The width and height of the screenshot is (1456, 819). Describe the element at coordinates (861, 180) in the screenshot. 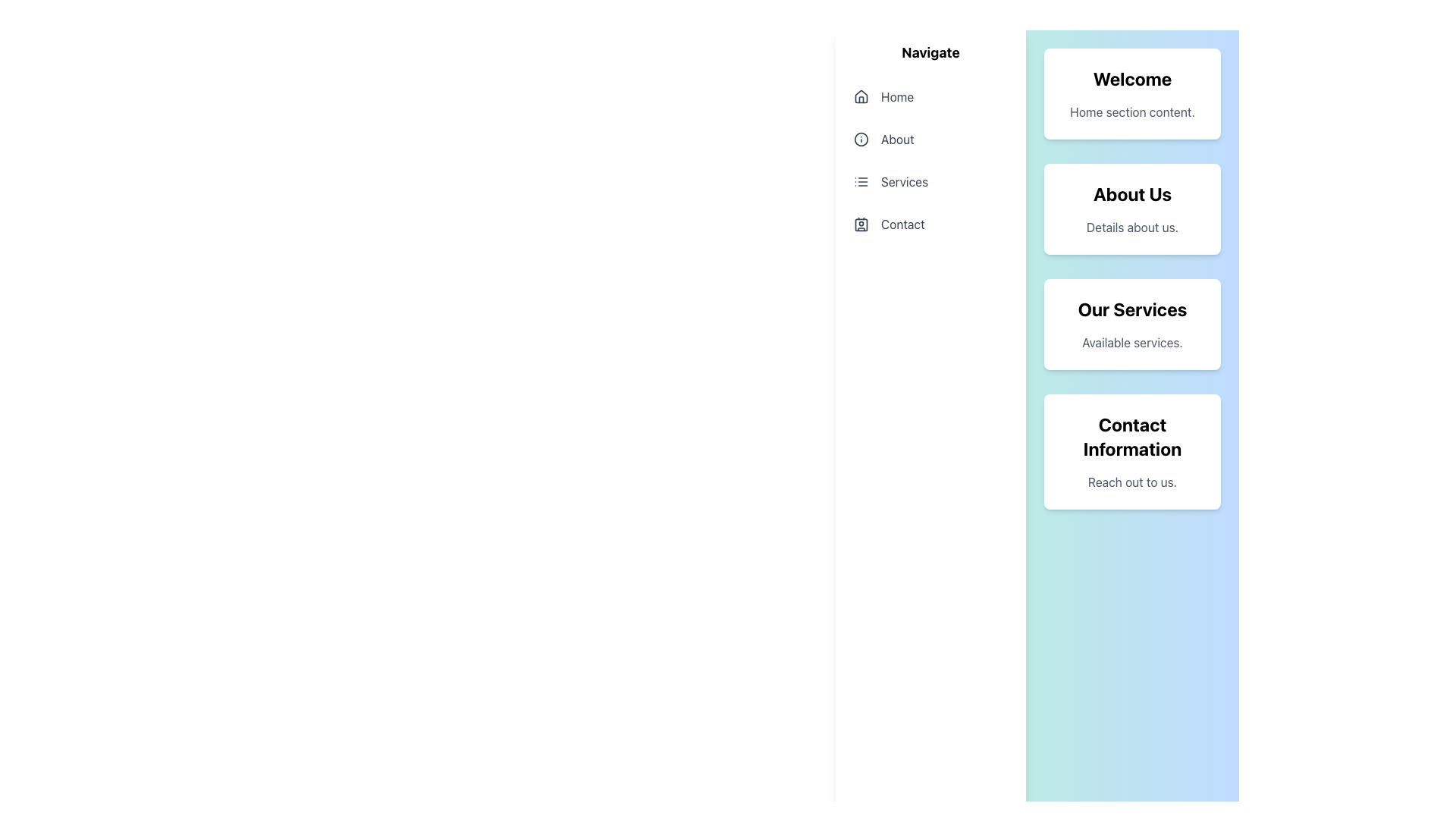

I see `the list icon next to the 'Services' label in the vertical navigation menu` at that location.